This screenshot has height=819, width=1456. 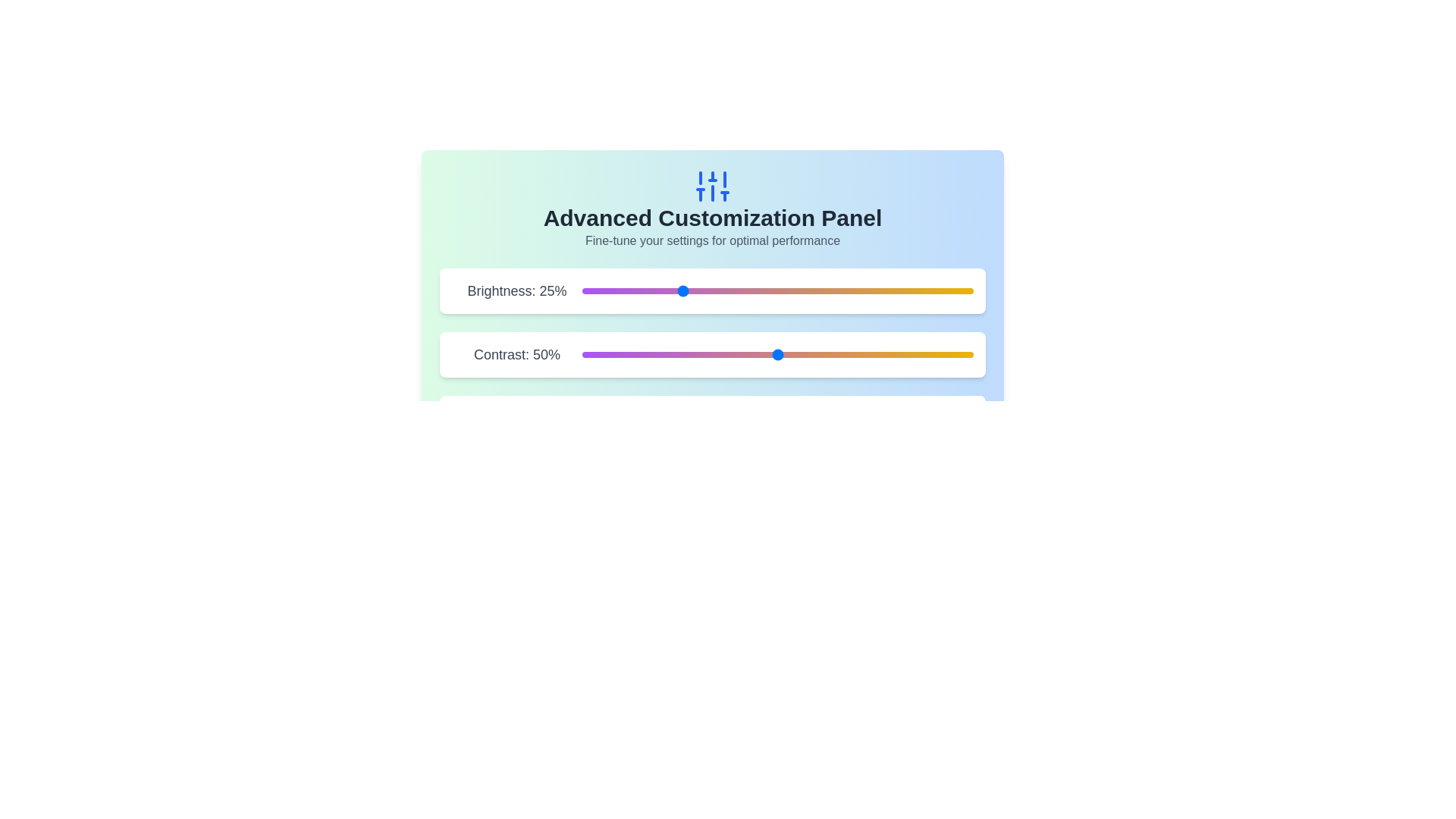 What do you see at coordinates (843, 291) in the screenshot?
I see `the brightness slider to 67%` at bounding box center [843, 291].